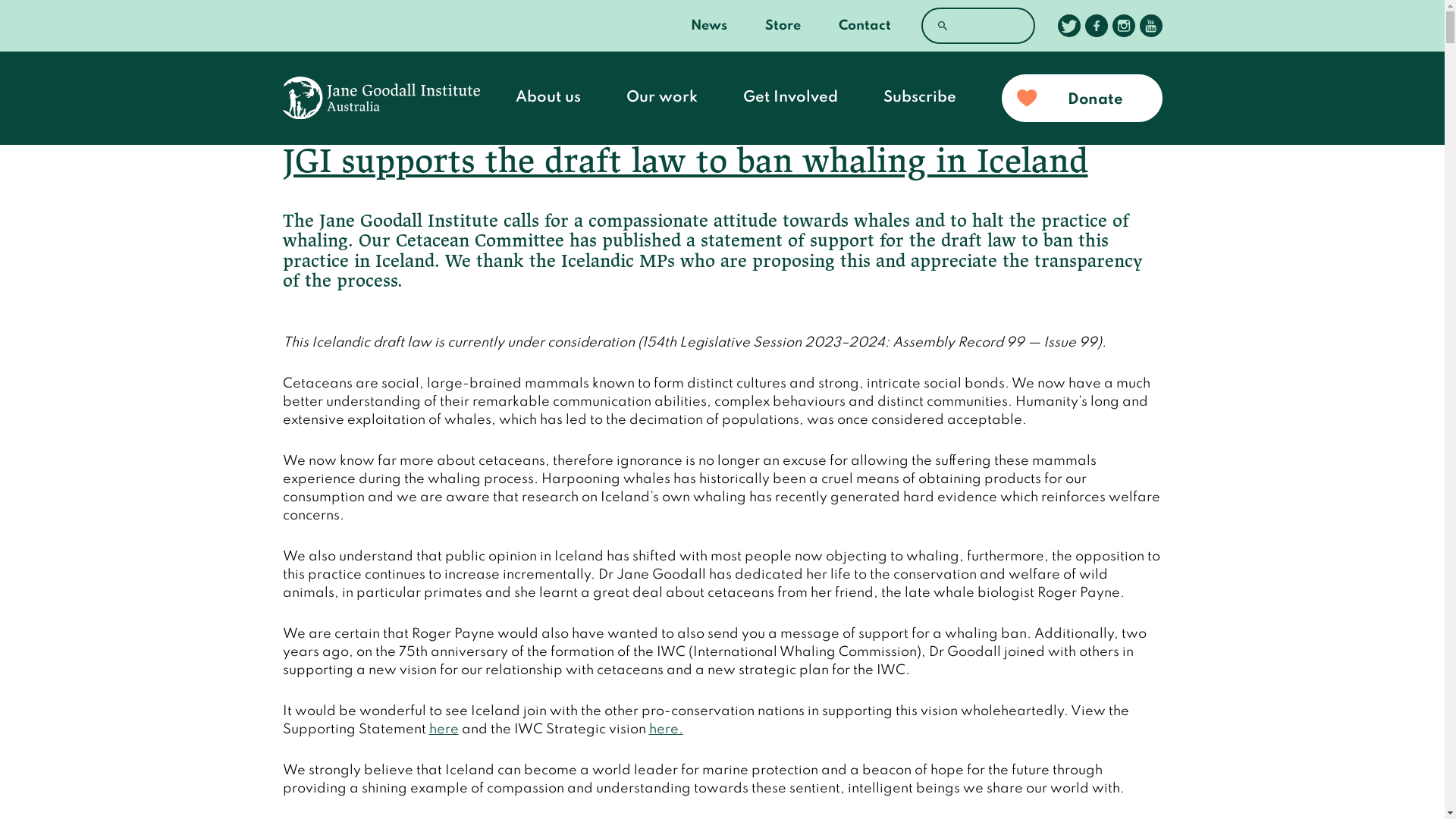  Describe the element at coordinates (1150, 26) in the screenshot. I see `'Follow us on Youtube'` at that location.